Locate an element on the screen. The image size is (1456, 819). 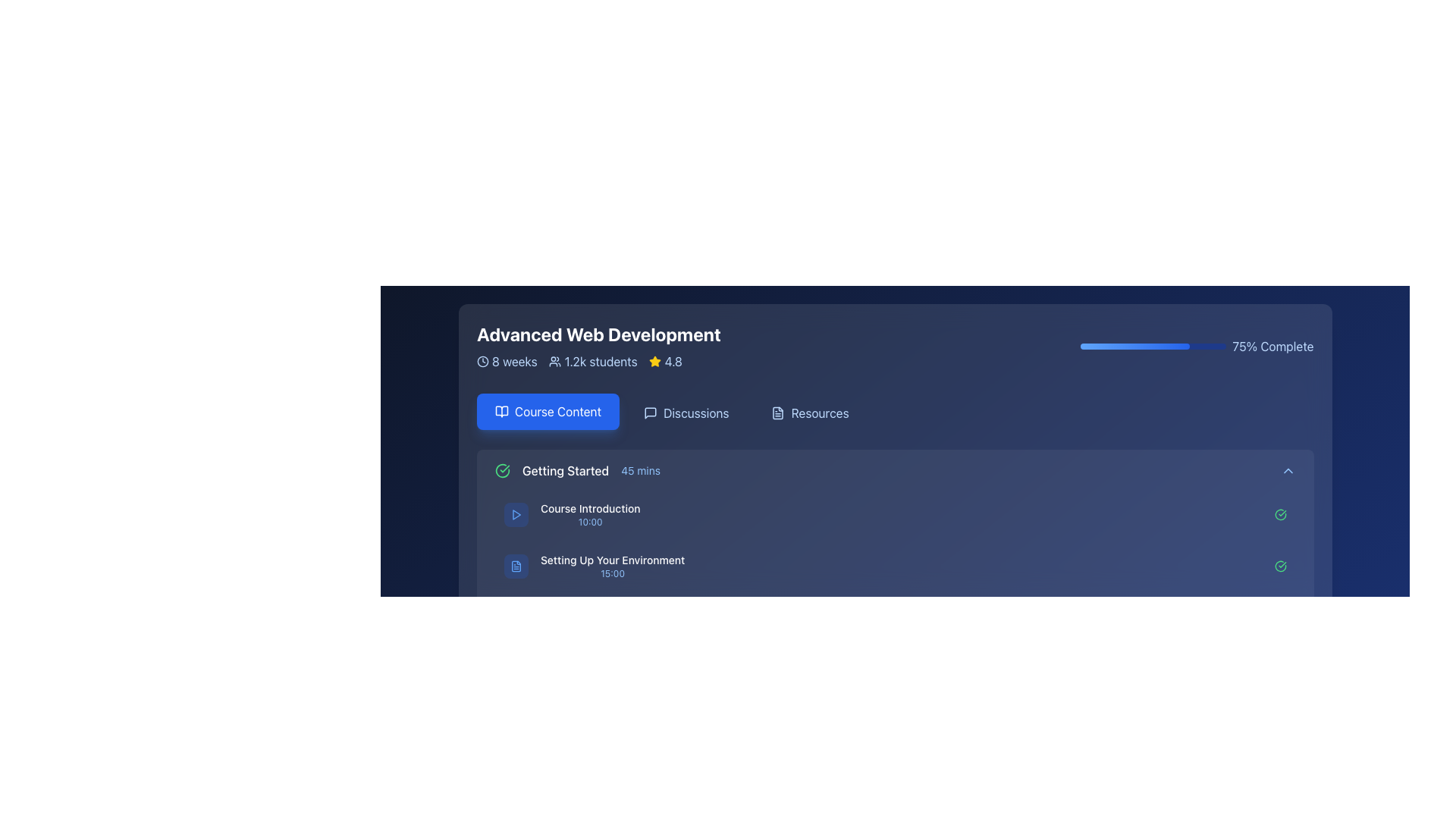
the icon representing the duration of the course, which visually indicates '8 weeks', located at the top-left section of the course details card is located at coordinates (482, 362).